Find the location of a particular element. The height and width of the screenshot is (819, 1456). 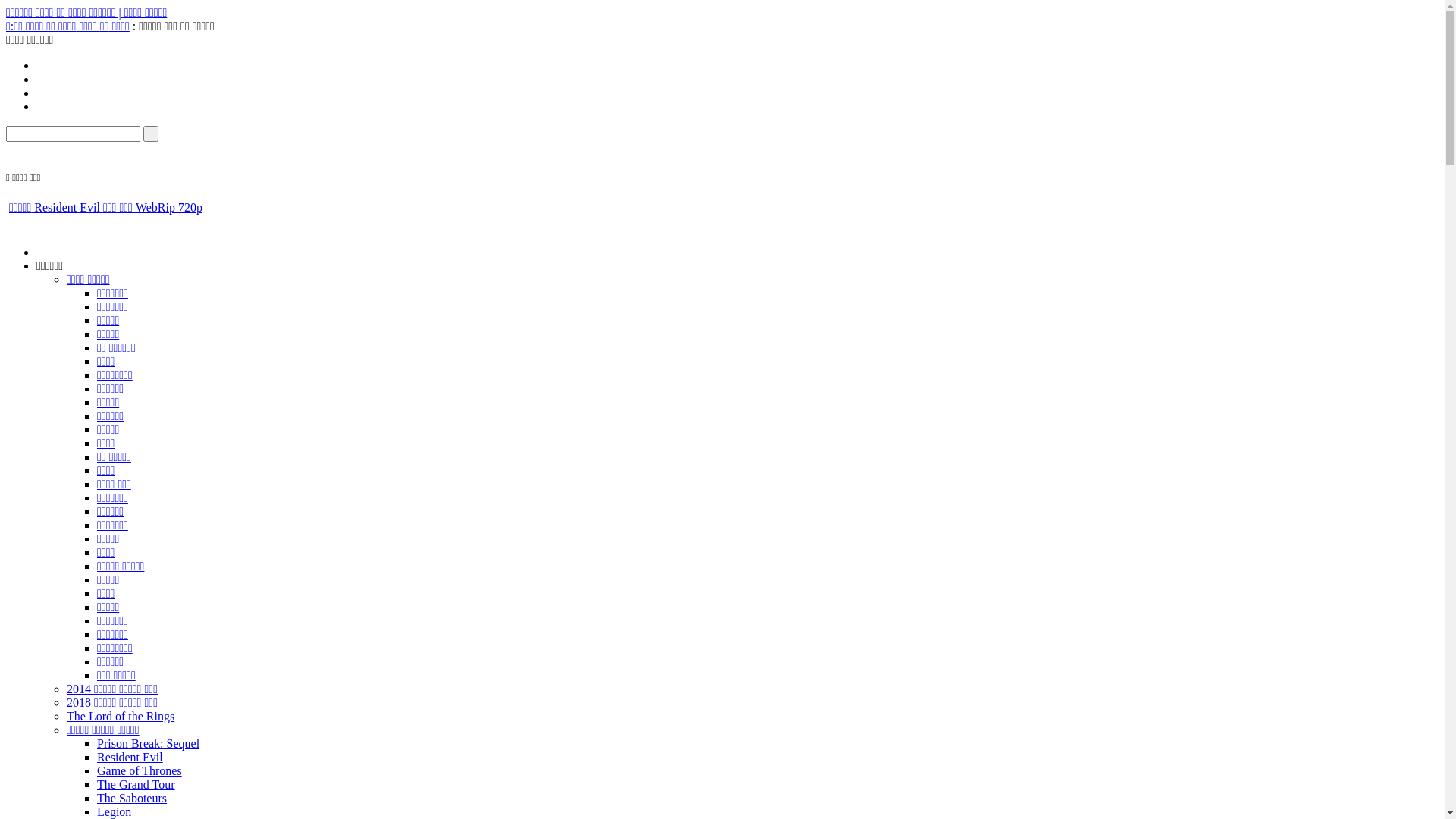

'Legion' is located at coordinates (113, 811).